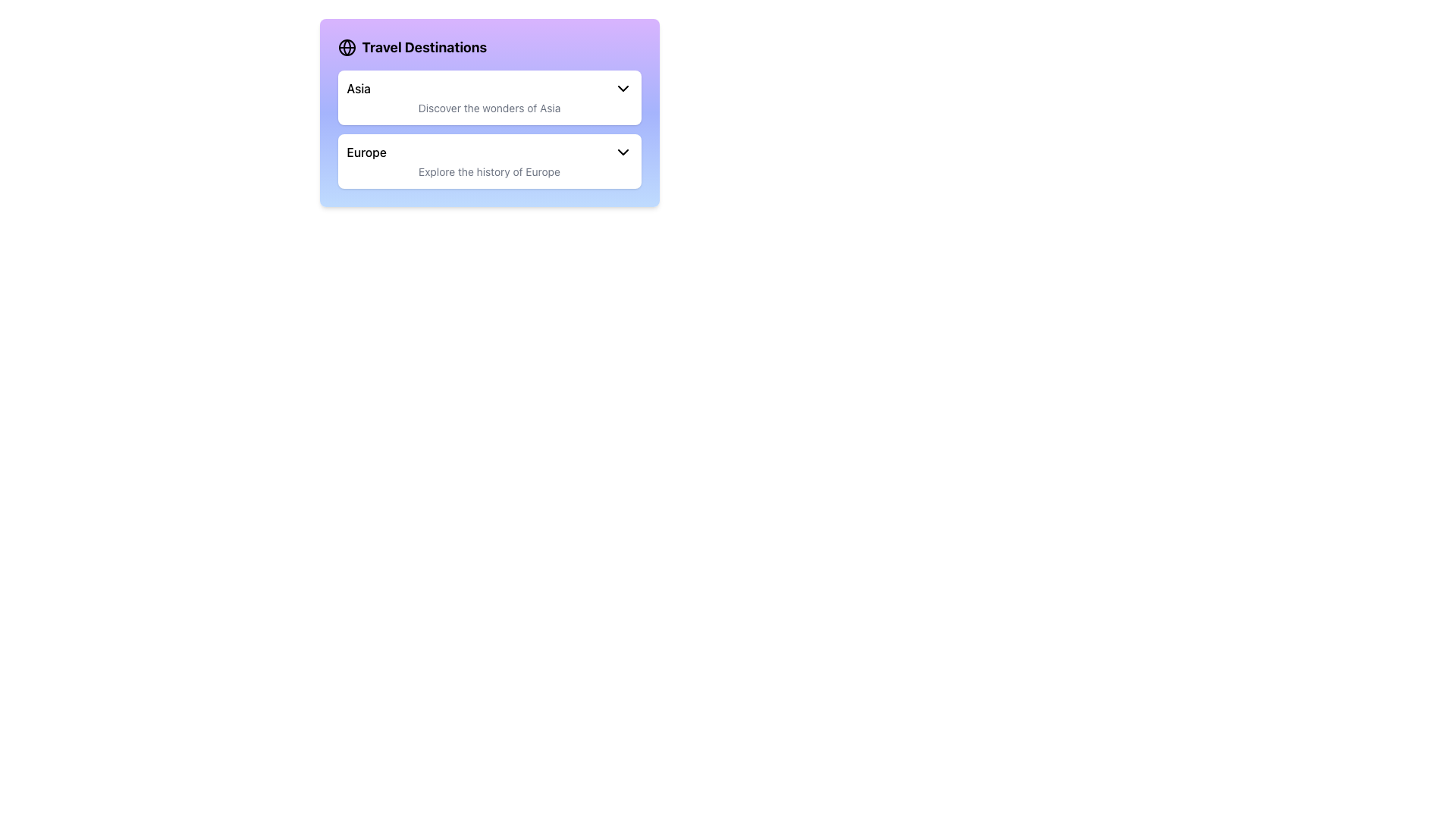  What do you see at coordinates (346, 46) in the screenshot?
I see `the 'Global Travel' icon located to the immediate left of the bold text 'Travel Destinations' in the purple header of the card` at bounding box center [346, 46].